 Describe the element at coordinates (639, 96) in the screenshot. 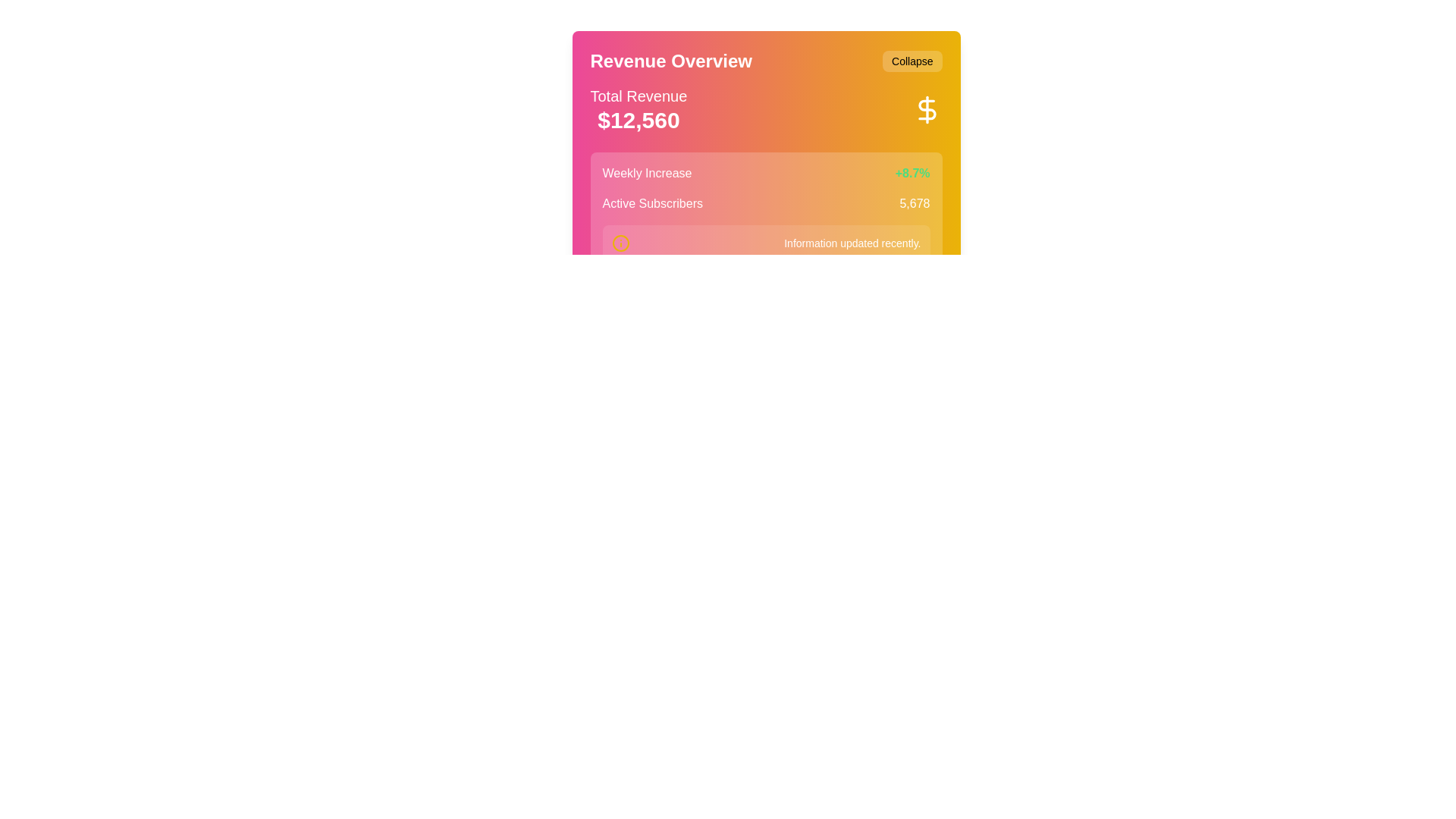

I see `the text label that describes the revenue-related data in the 'Revenue Overview' card, which is located above the numerical value '$12,560'` at that location.